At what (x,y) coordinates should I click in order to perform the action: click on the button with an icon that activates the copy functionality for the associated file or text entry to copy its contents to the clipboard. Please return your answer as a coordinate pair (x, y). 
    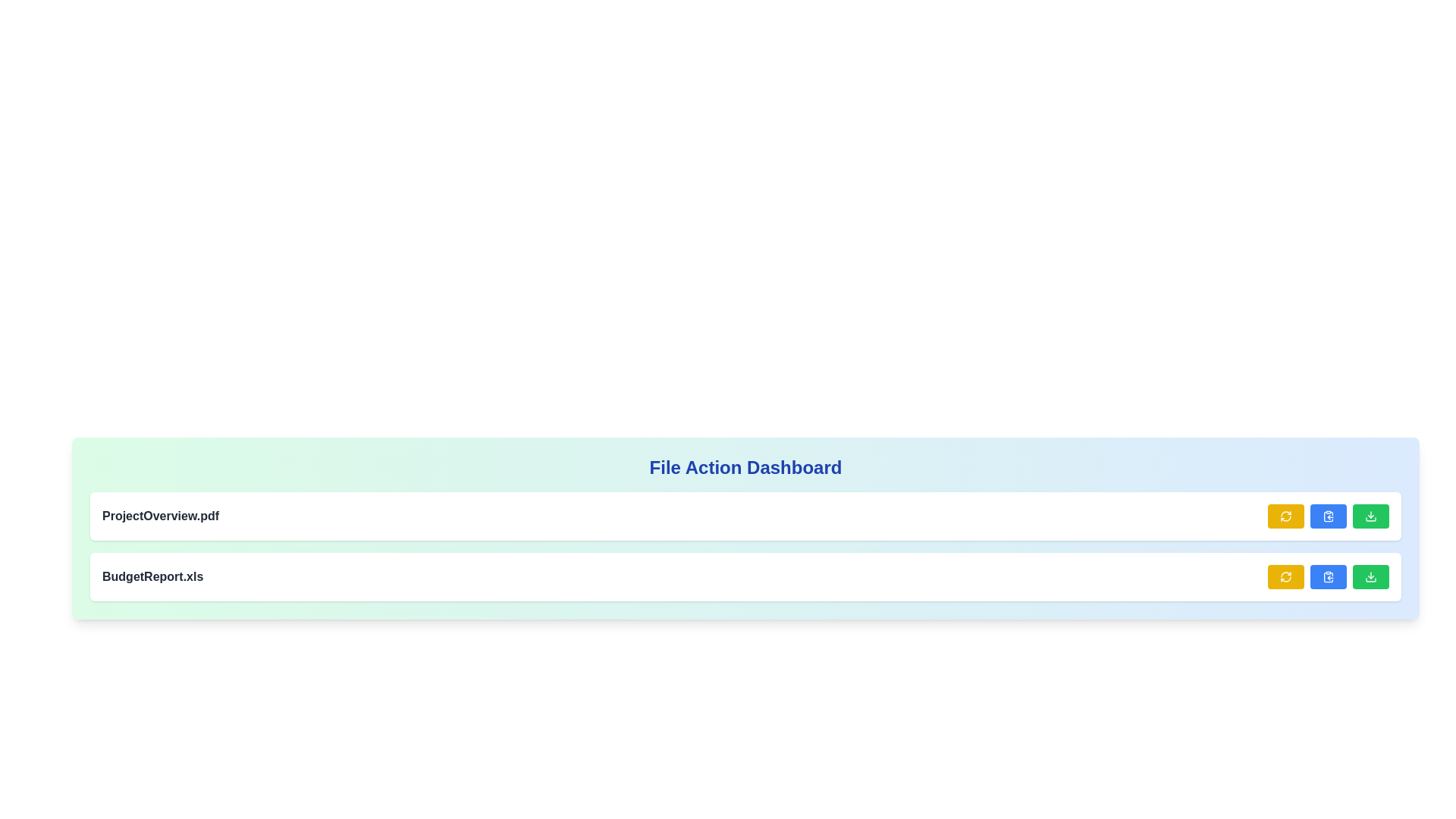
    Looking at the image, I should click on (1328, 516).